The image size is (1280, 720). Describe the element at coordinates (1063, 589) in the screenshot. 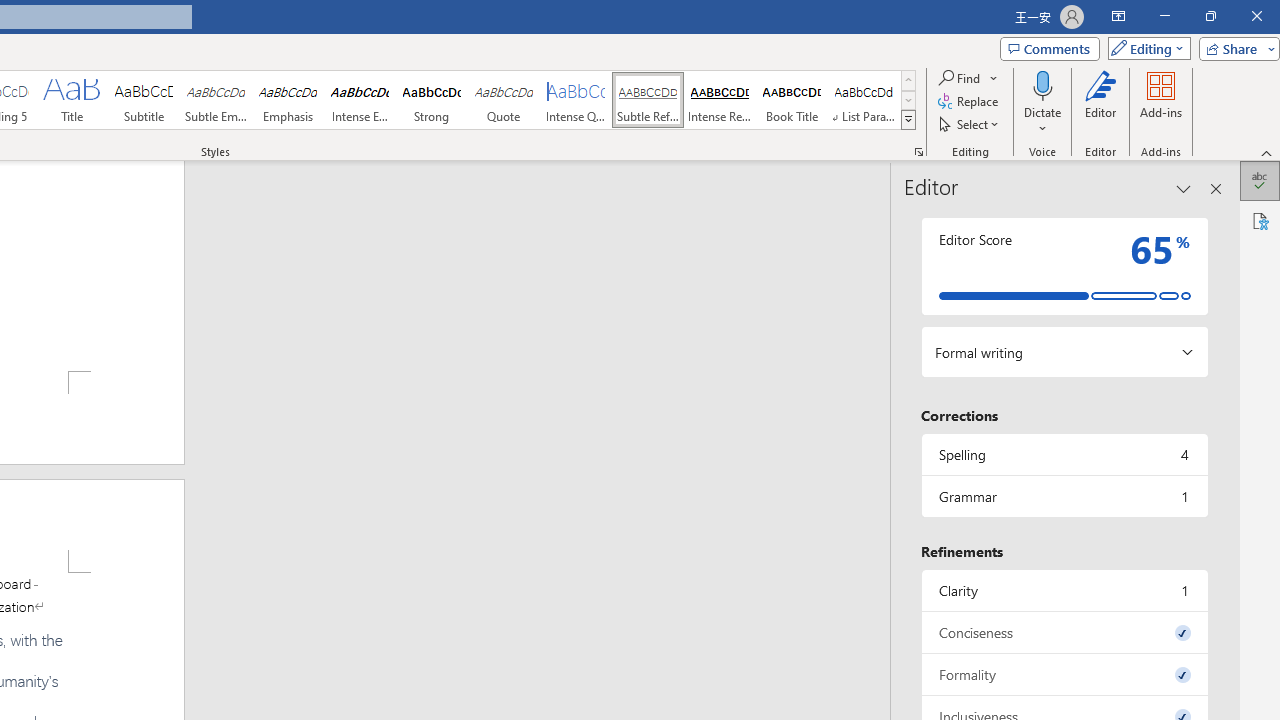

I see `'Clarity, 1 issue. Press space or enter to review items.'` at that location.